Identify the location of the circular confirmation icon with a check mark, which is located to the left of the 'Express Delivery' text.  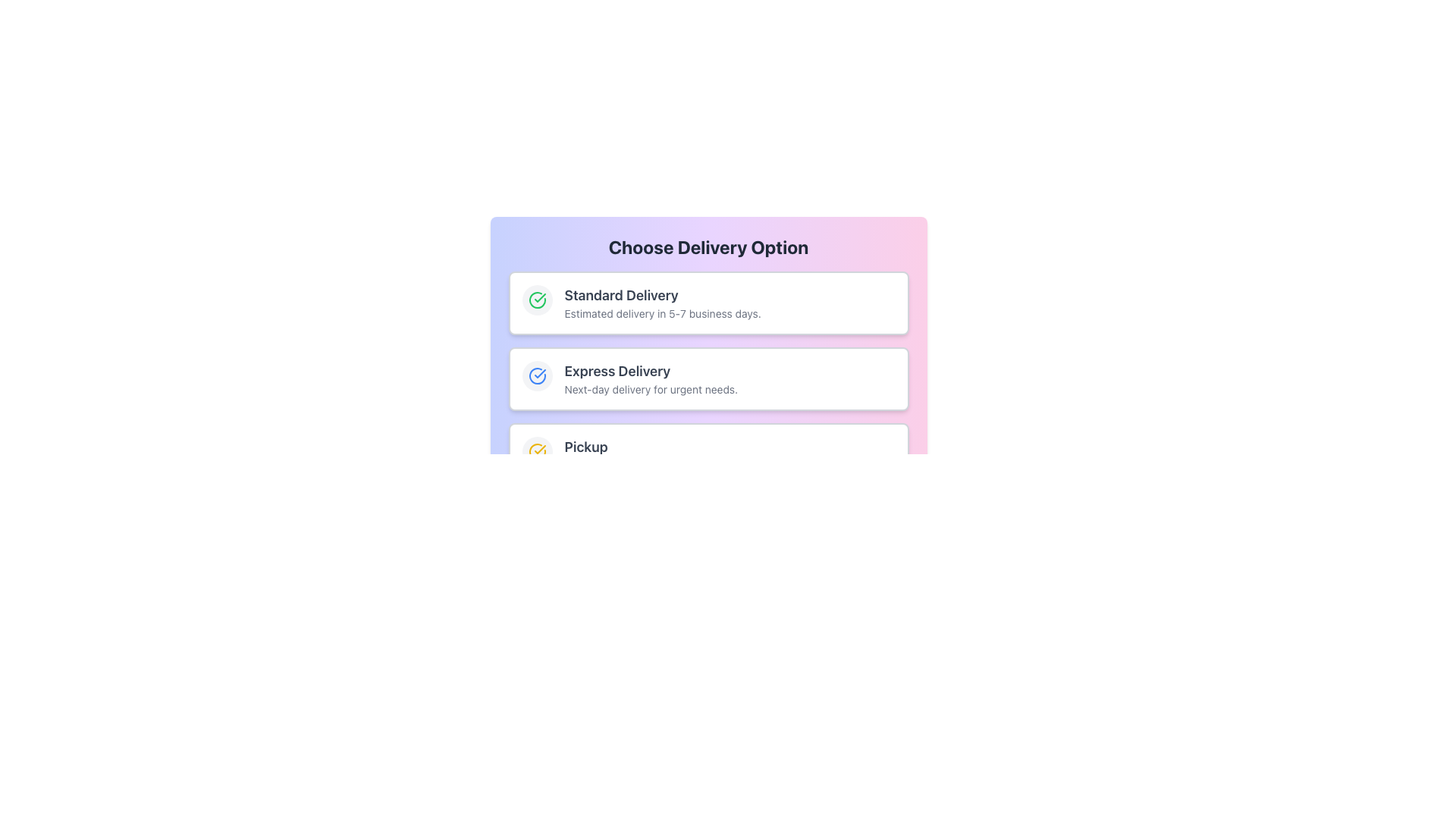
(537, 375).